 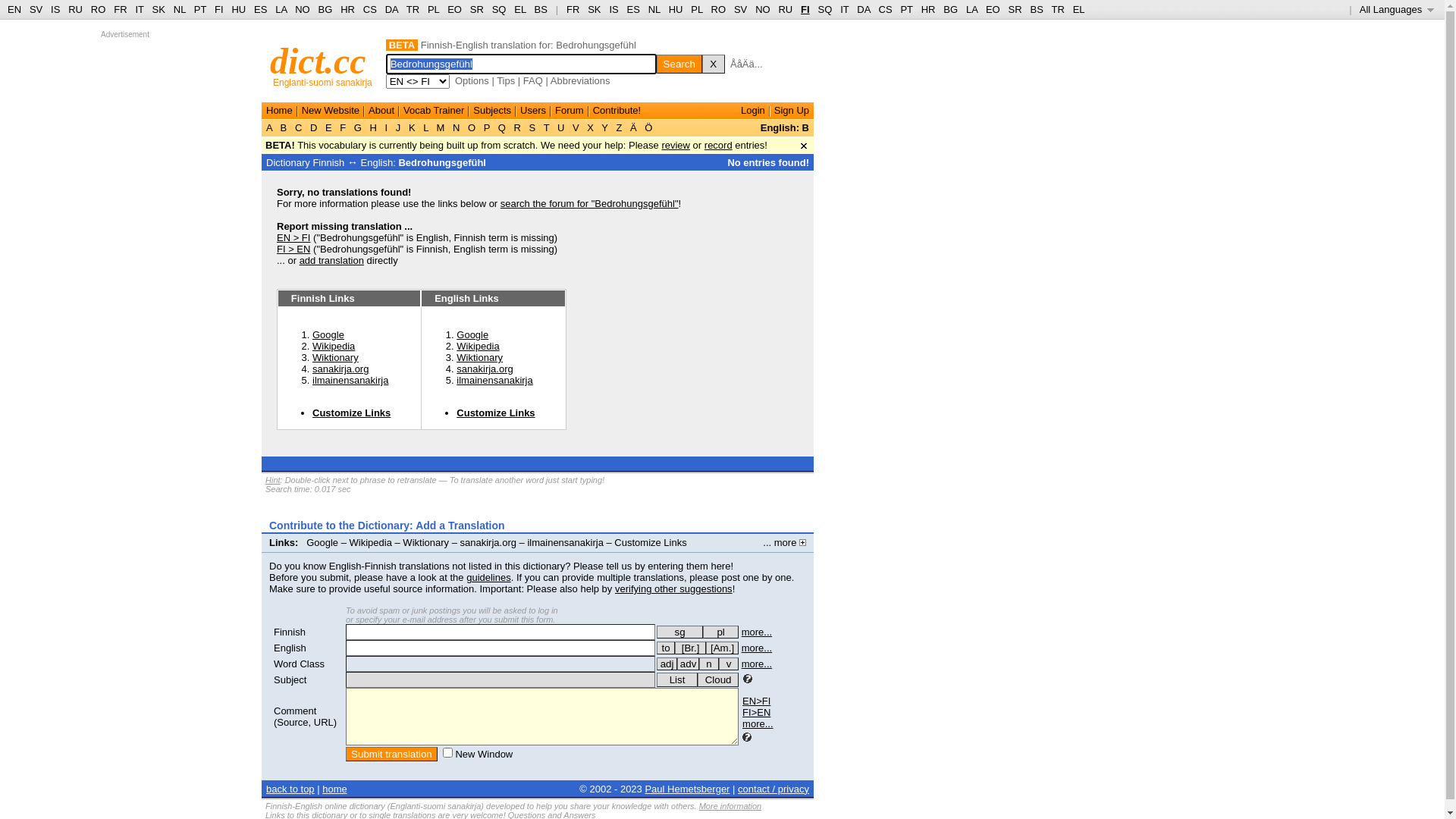 What do you see at coordinates (494, 379) in the screenshot?
I see `'ilmainensanakirja'` at bounding box center [494, 379].